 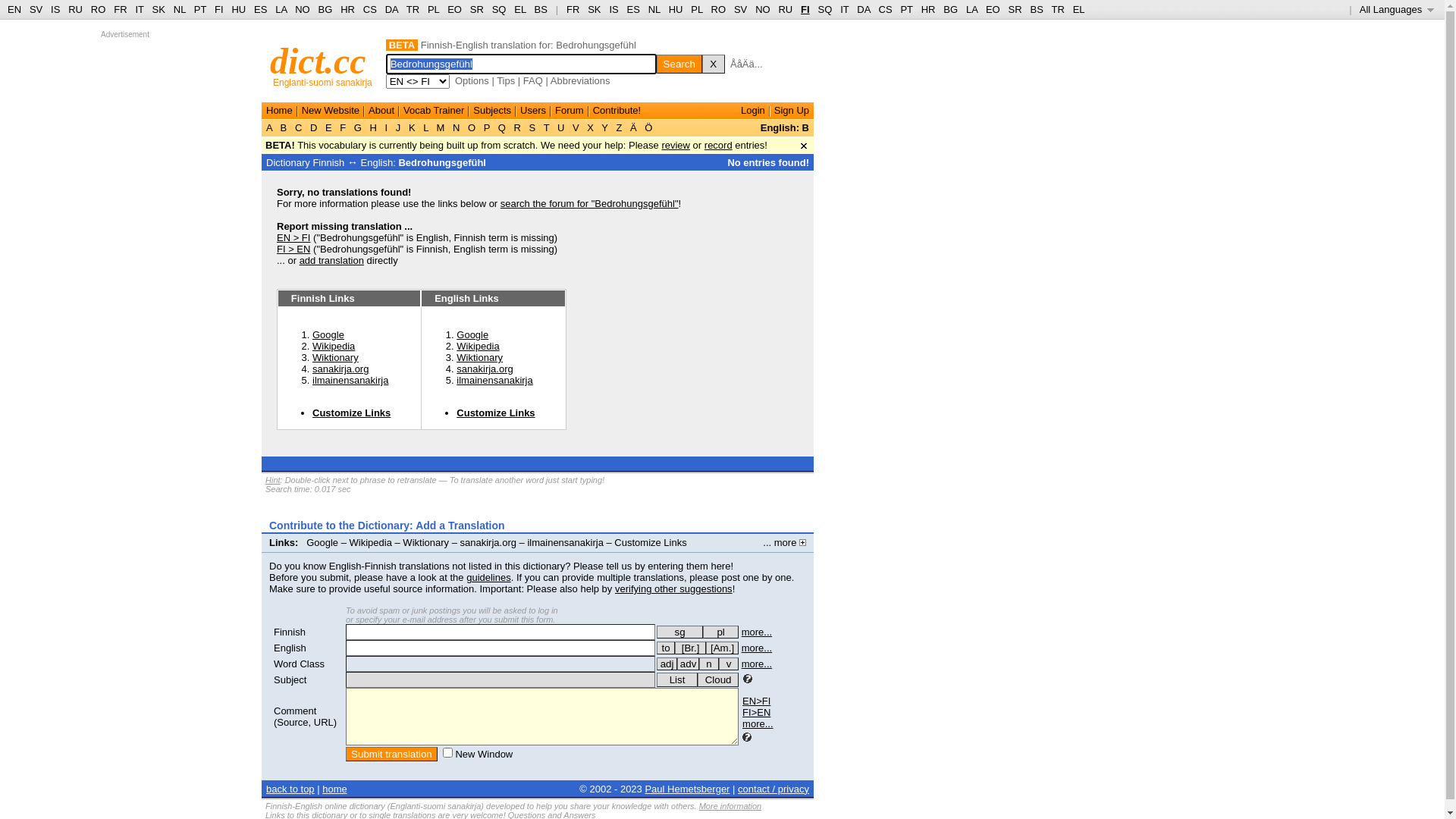 What do you see at coordinates (494, 379) in the screenshot?
I see `'ilmainensanakirja'` at bounding box center [494, 379].